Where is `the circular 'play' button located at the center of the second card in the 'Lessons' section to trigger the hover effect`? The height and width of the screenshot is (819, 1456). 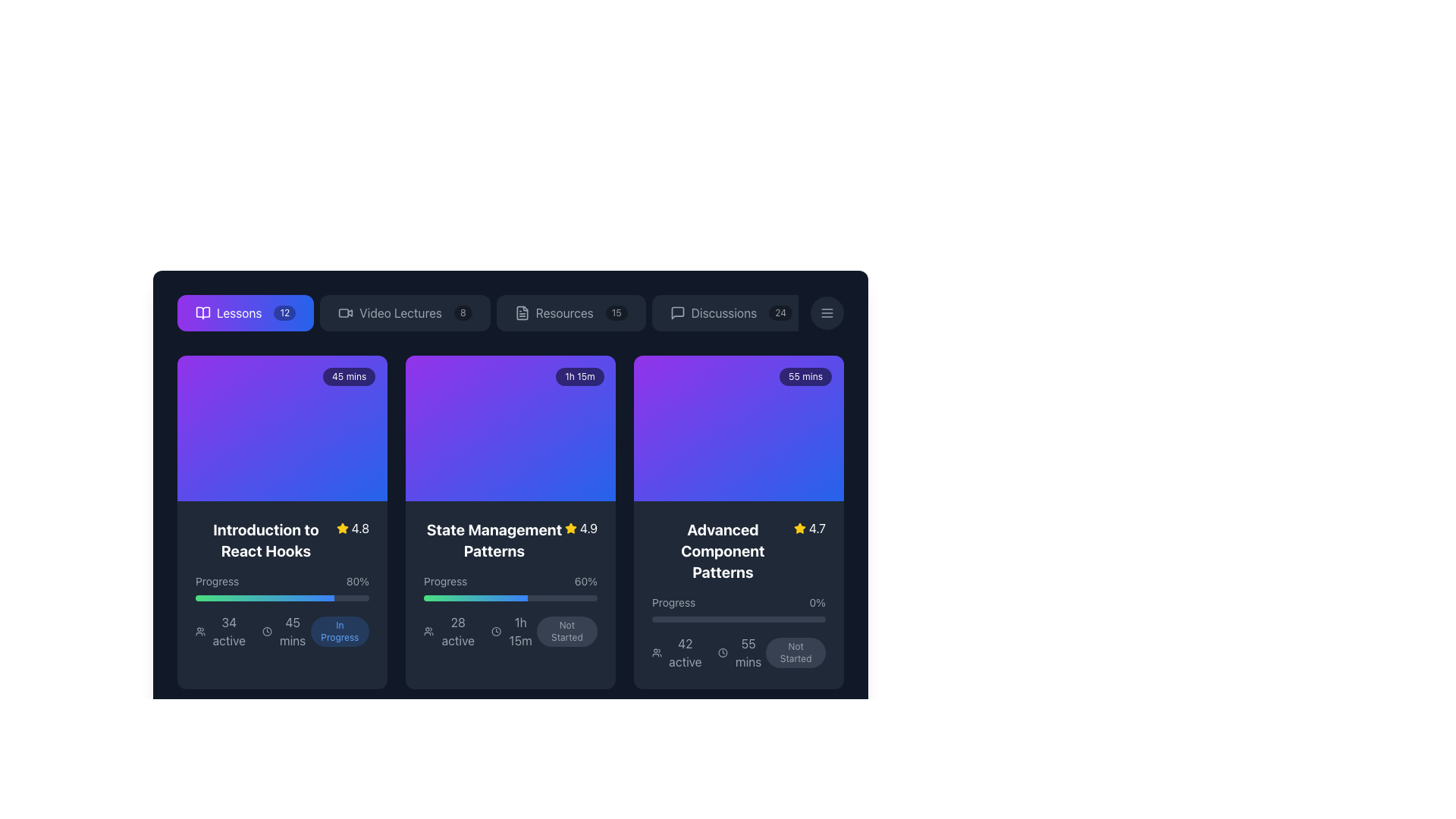 the circular 'play' button located at the center of the second card in the 'Lessons' section to trigger the hover effect is located at coordinates (510, 428).